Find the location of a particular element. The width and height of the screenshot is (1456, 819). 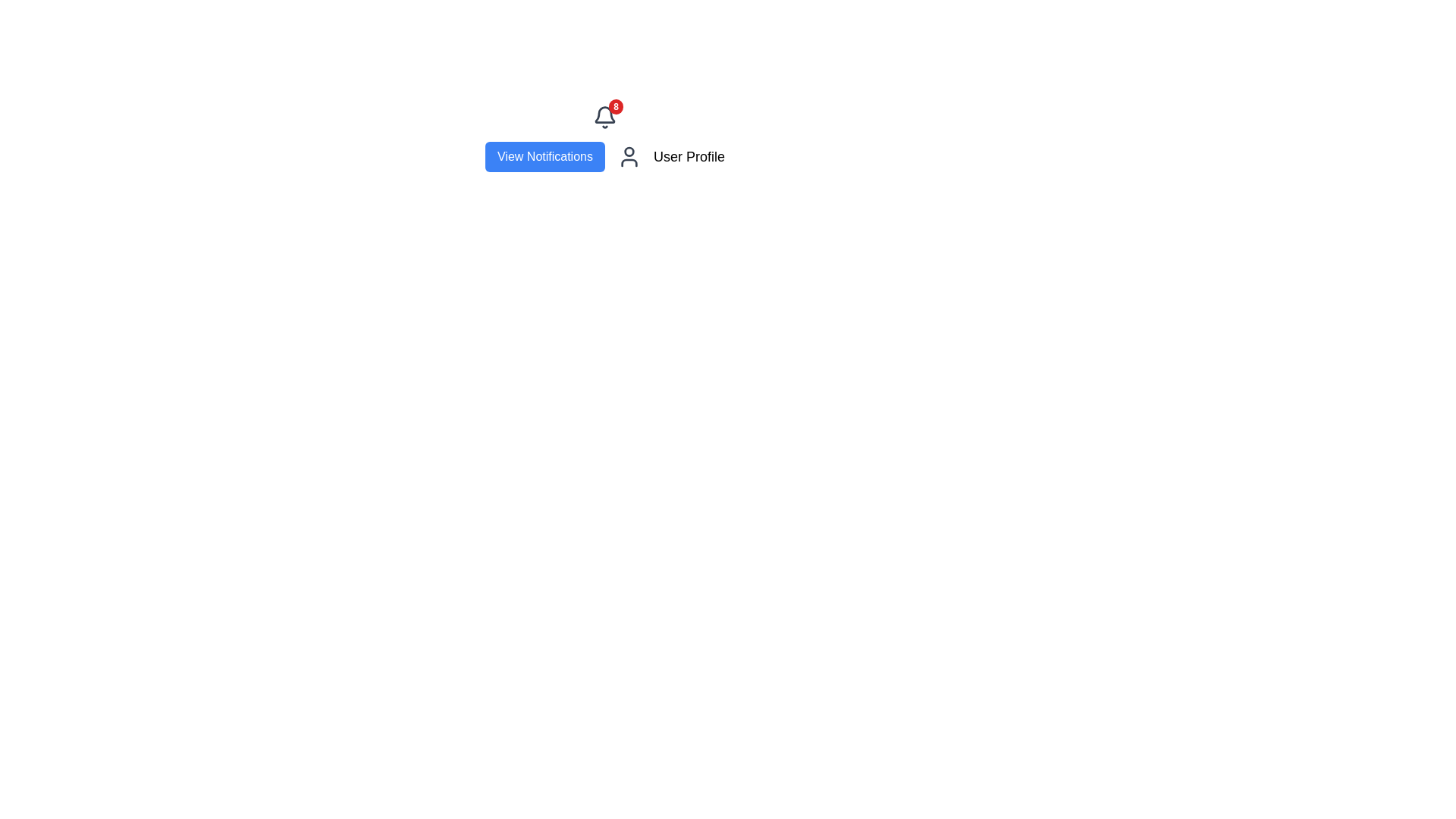

the SVG icon representing the user profile, which is positioned between the 'View Notifications' button and the 'User Profile' label is located at coordinates (629, 157).